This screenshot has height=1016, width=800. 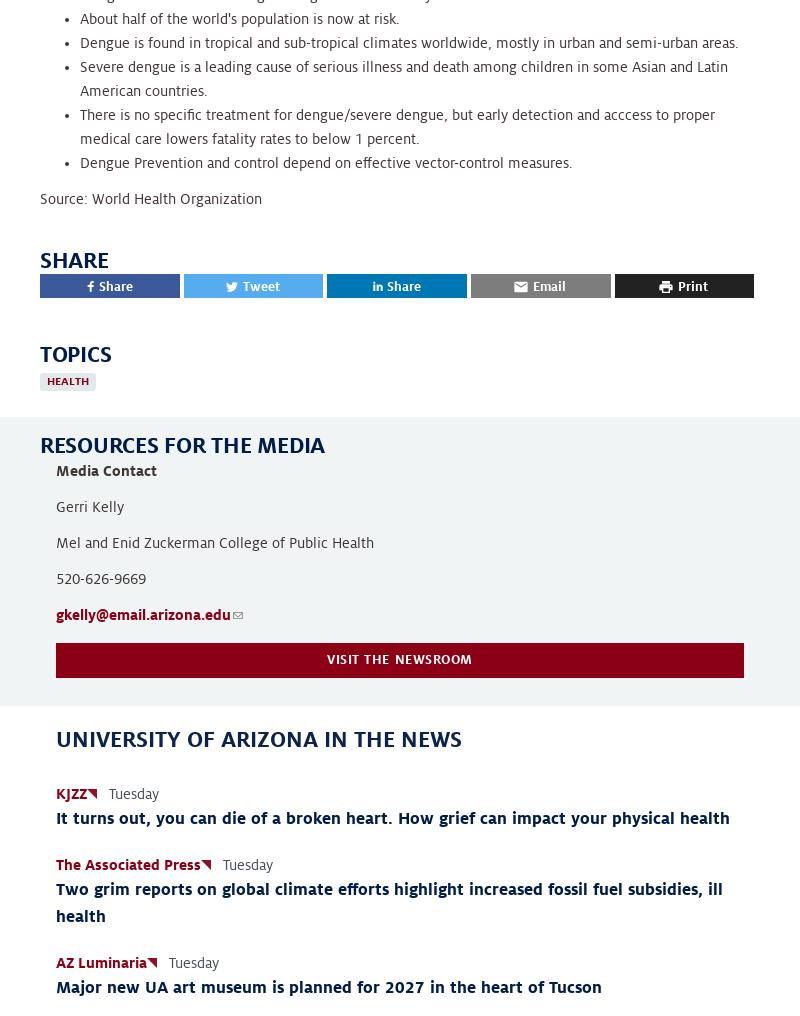 I want to click on 'Two grim reports on global climate efforts highlight increased fossil fuel subsidies, ill health', so click(x=388, y=902).